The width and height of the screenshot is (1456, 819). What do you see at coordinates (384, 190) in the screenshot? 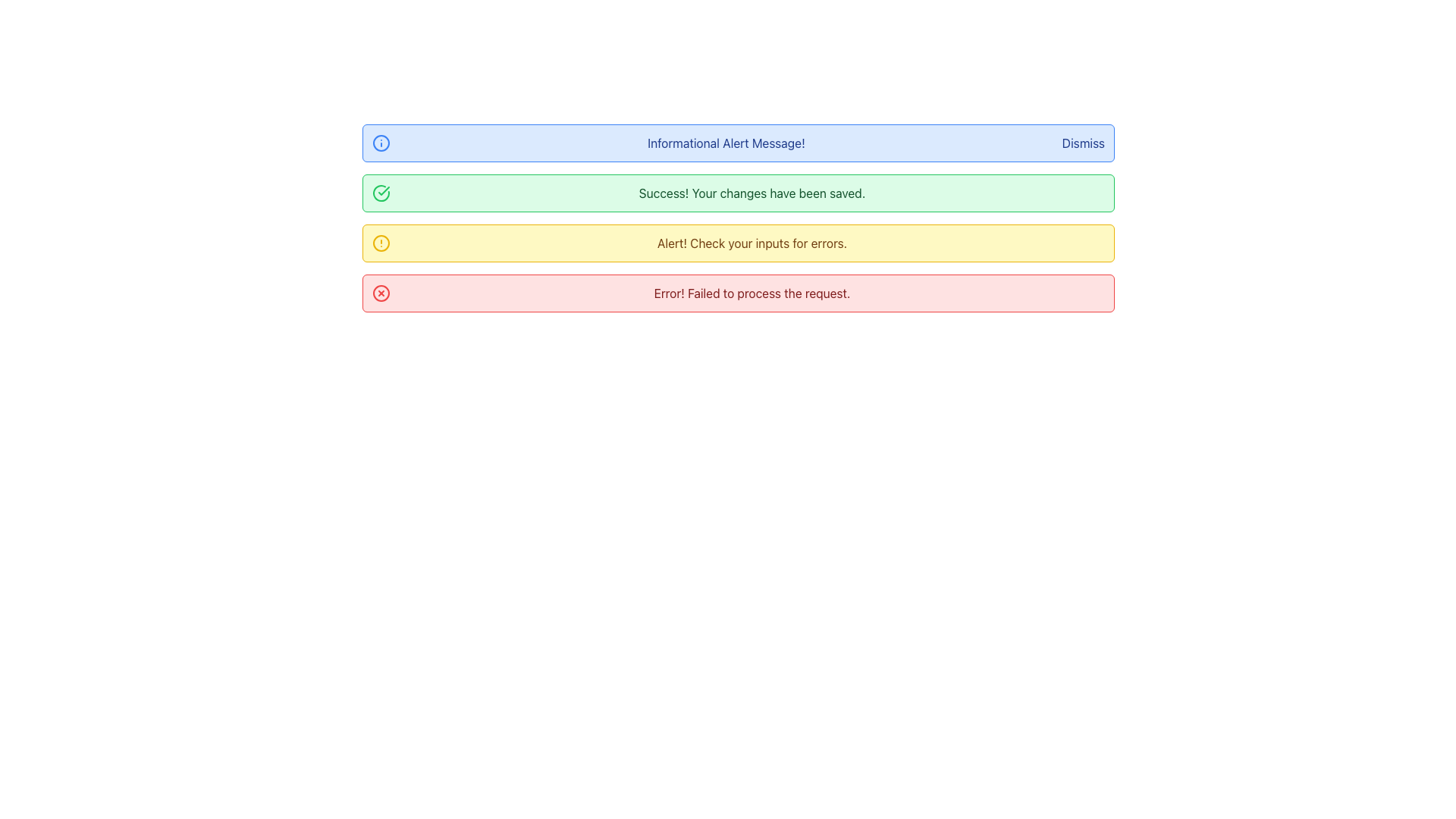
I see `the success icon located within the green success alert box, positioned to the left of the text 'Success! Your changes have been saved.'` at bounding box center [384, 190].